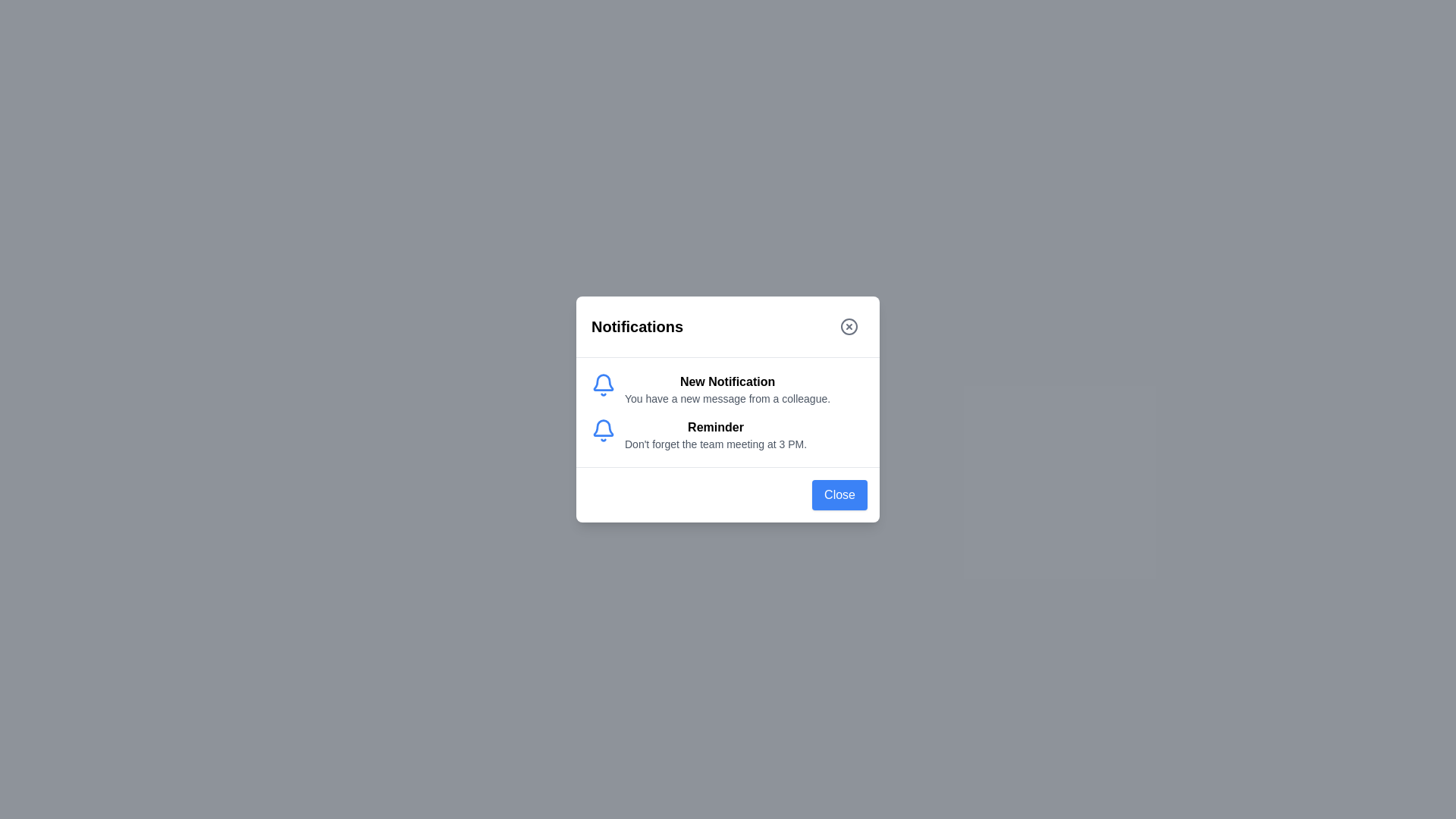 Image resolution: width=1456 pixels, height=819 pixels. I want to click on the bold-text heading labeled 'New Notification' located in the first notification group of the notification panel, so click(726, 381).